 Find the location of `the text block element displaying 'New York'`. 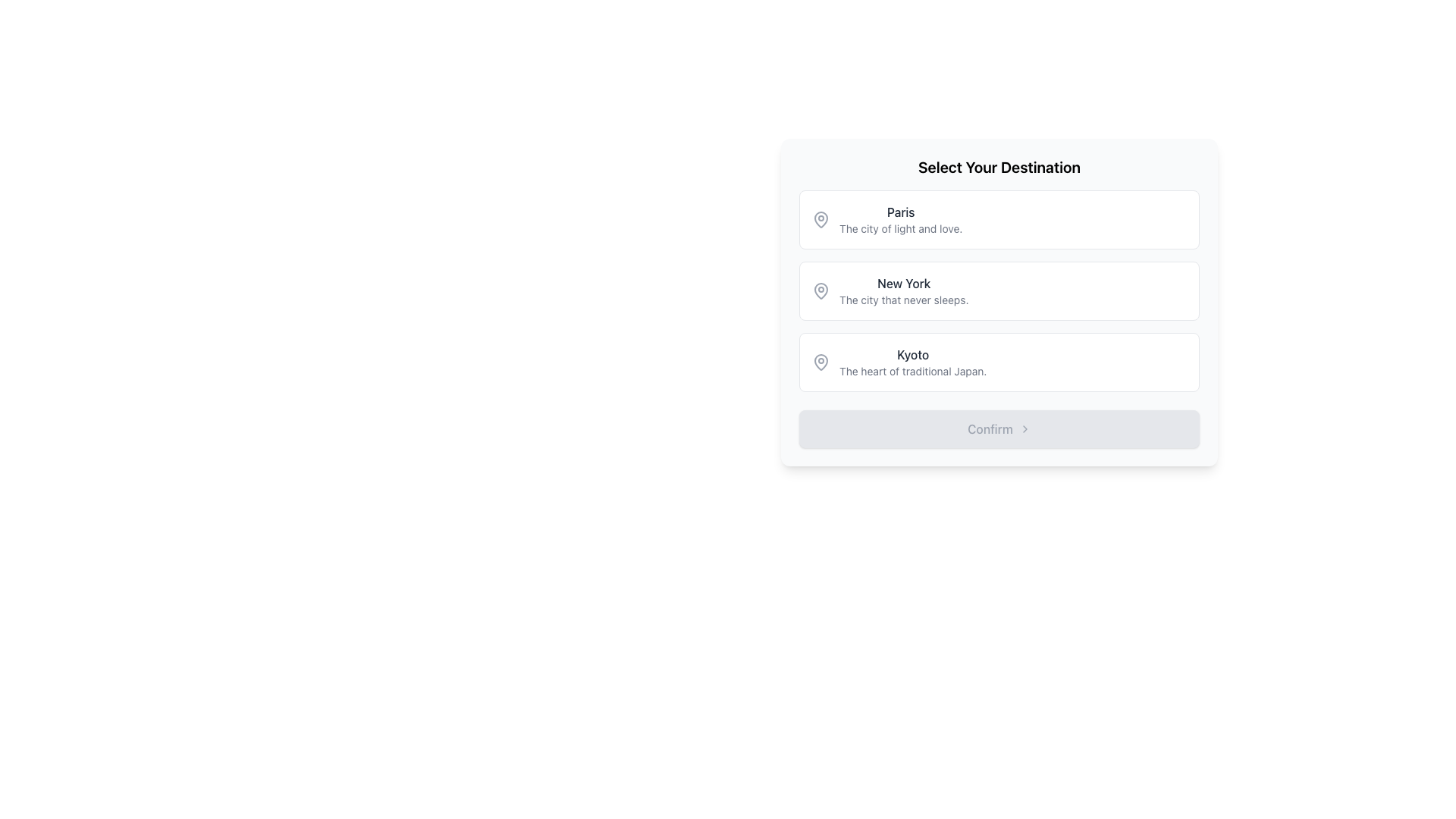

the text block element displaying 'New York' is located at coordinates (904, 291).